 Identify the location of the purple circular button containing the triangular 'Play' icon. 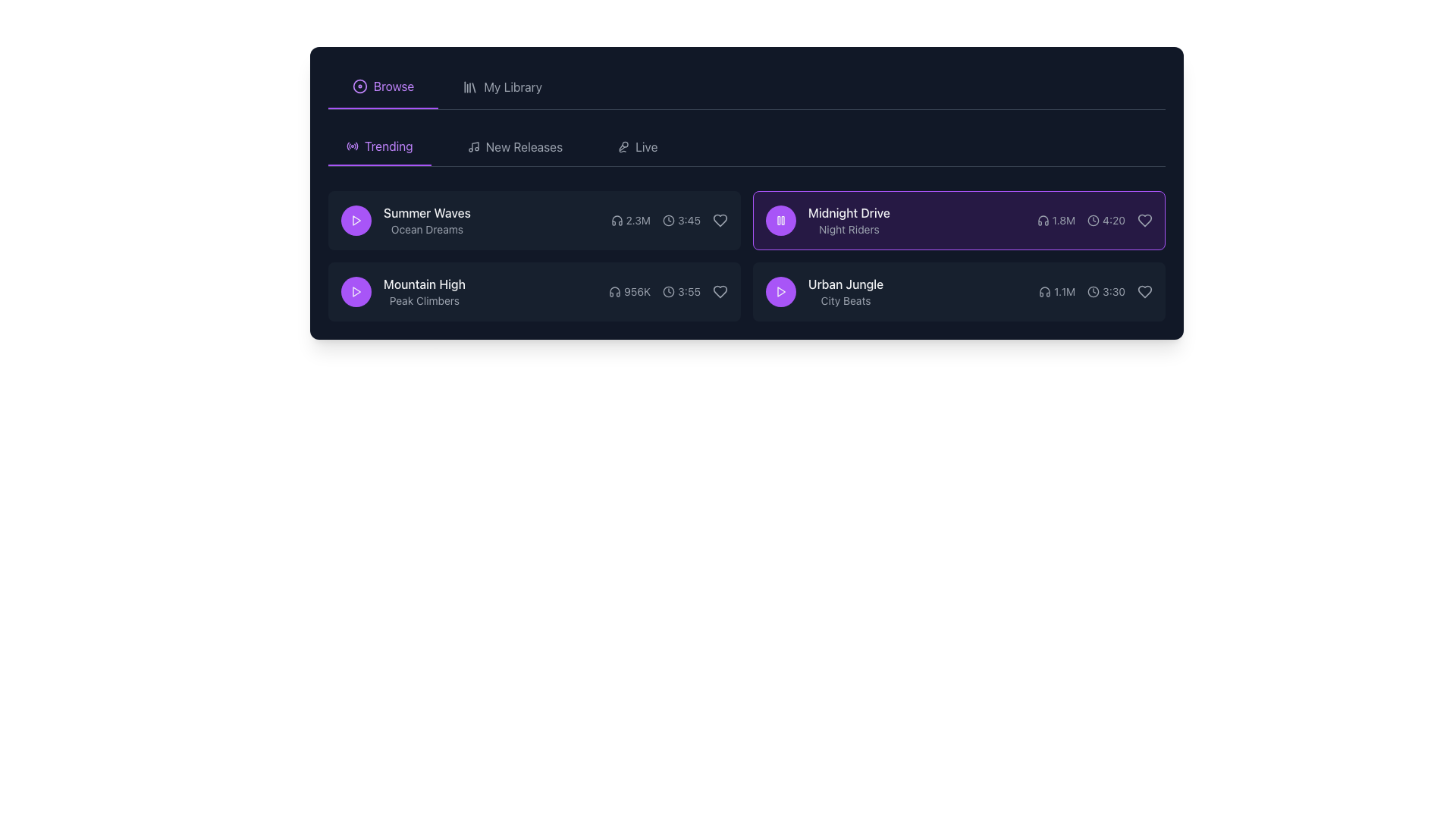
(356, 292).